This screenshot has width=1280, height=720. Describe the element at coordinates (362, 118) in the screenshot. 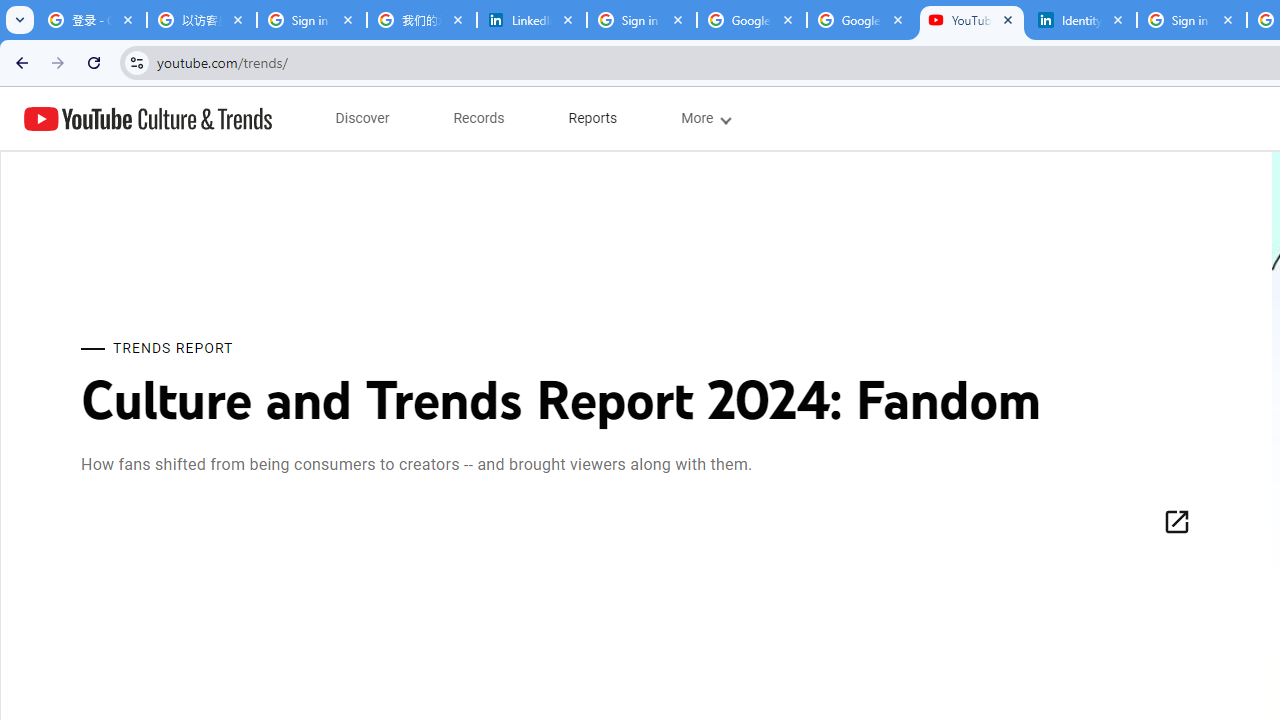

I see `'subnav-Discover menupopup'` at that location.